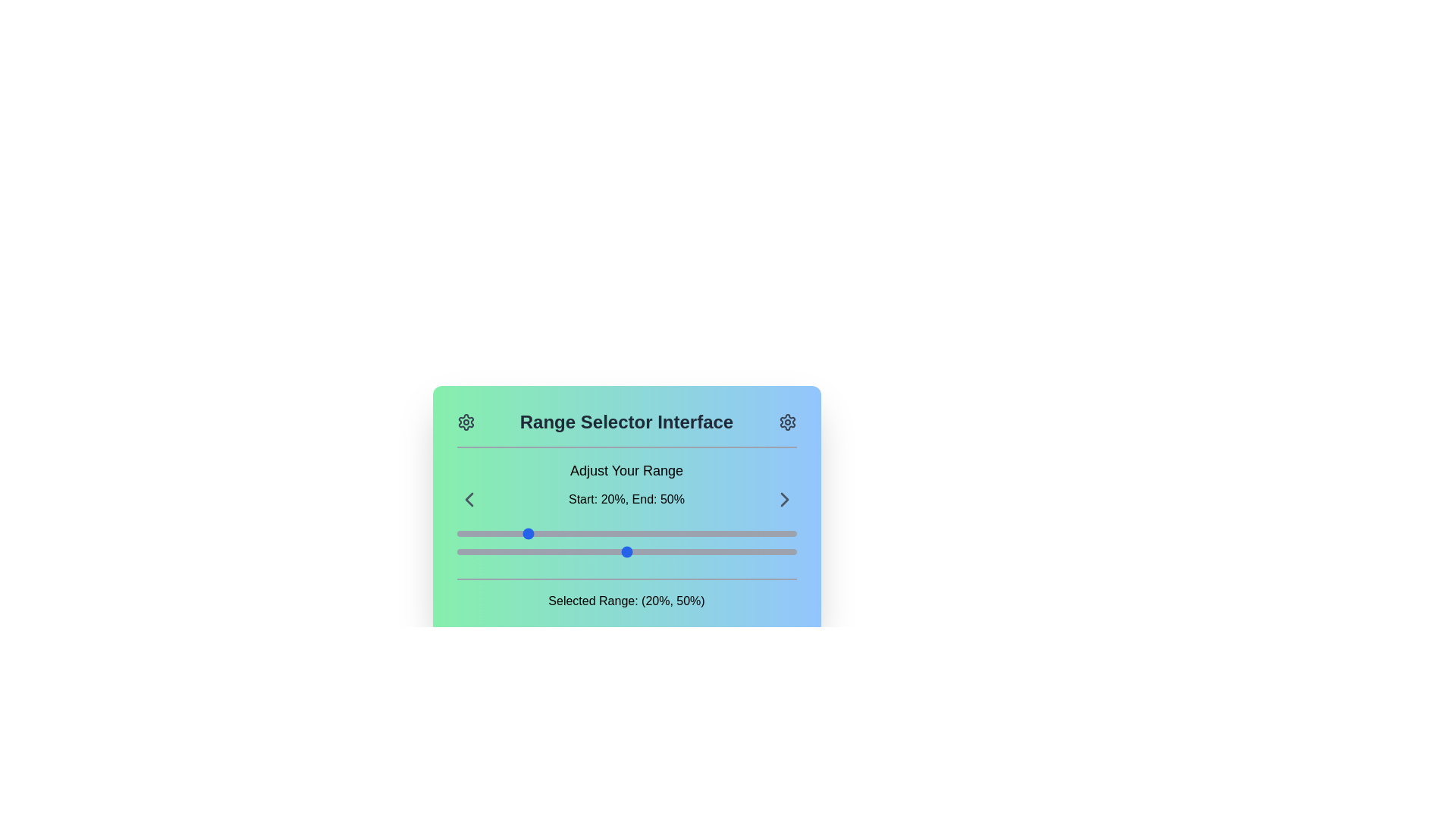  What do you see at coordinates (637, 552) in the screenshot?
I see `the slider value` at bounding box center [637, 552].